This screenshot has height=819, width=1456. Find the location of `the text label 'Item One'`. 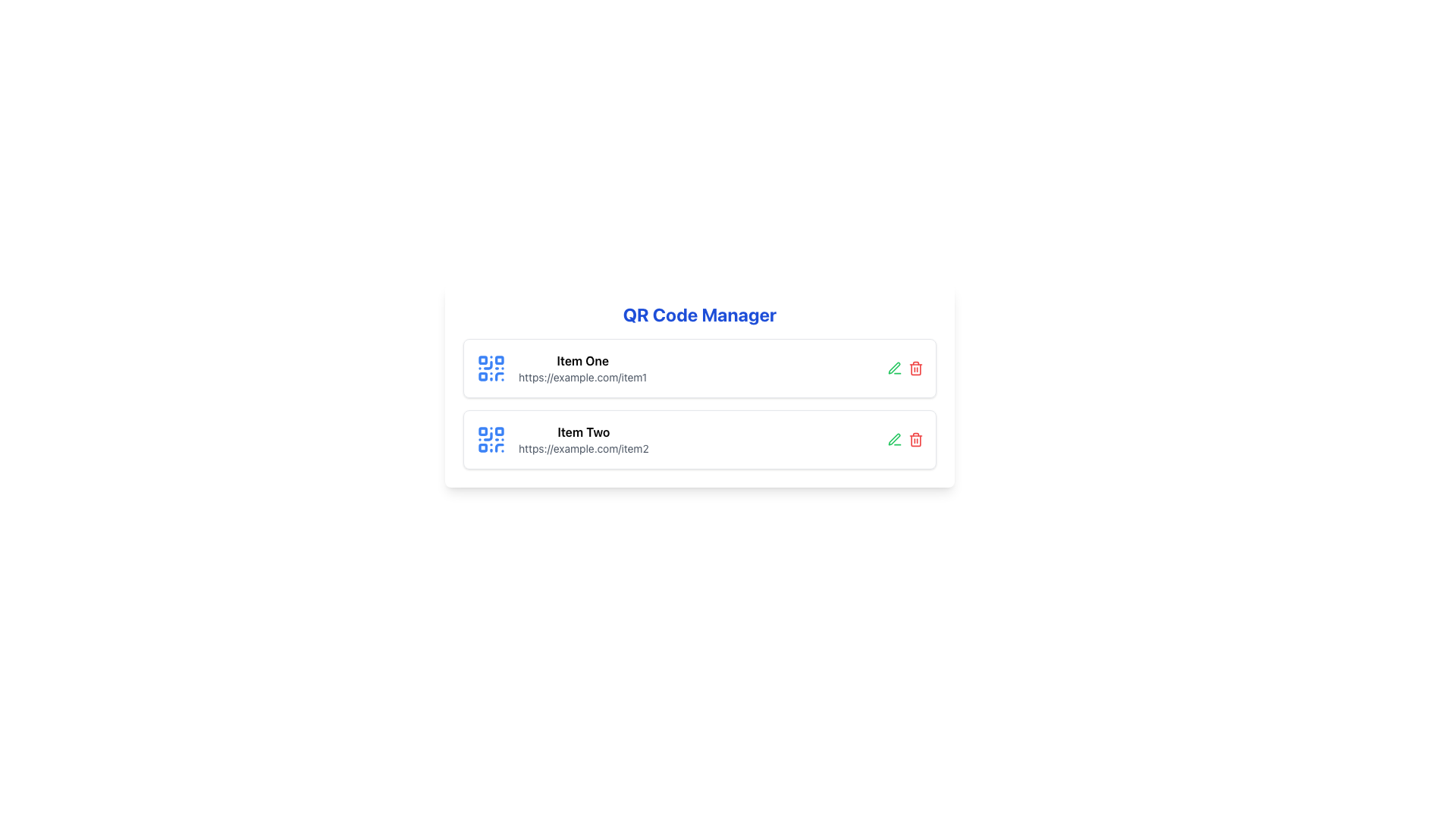

the text label 'Item One' is located at coordinates (582, 360).